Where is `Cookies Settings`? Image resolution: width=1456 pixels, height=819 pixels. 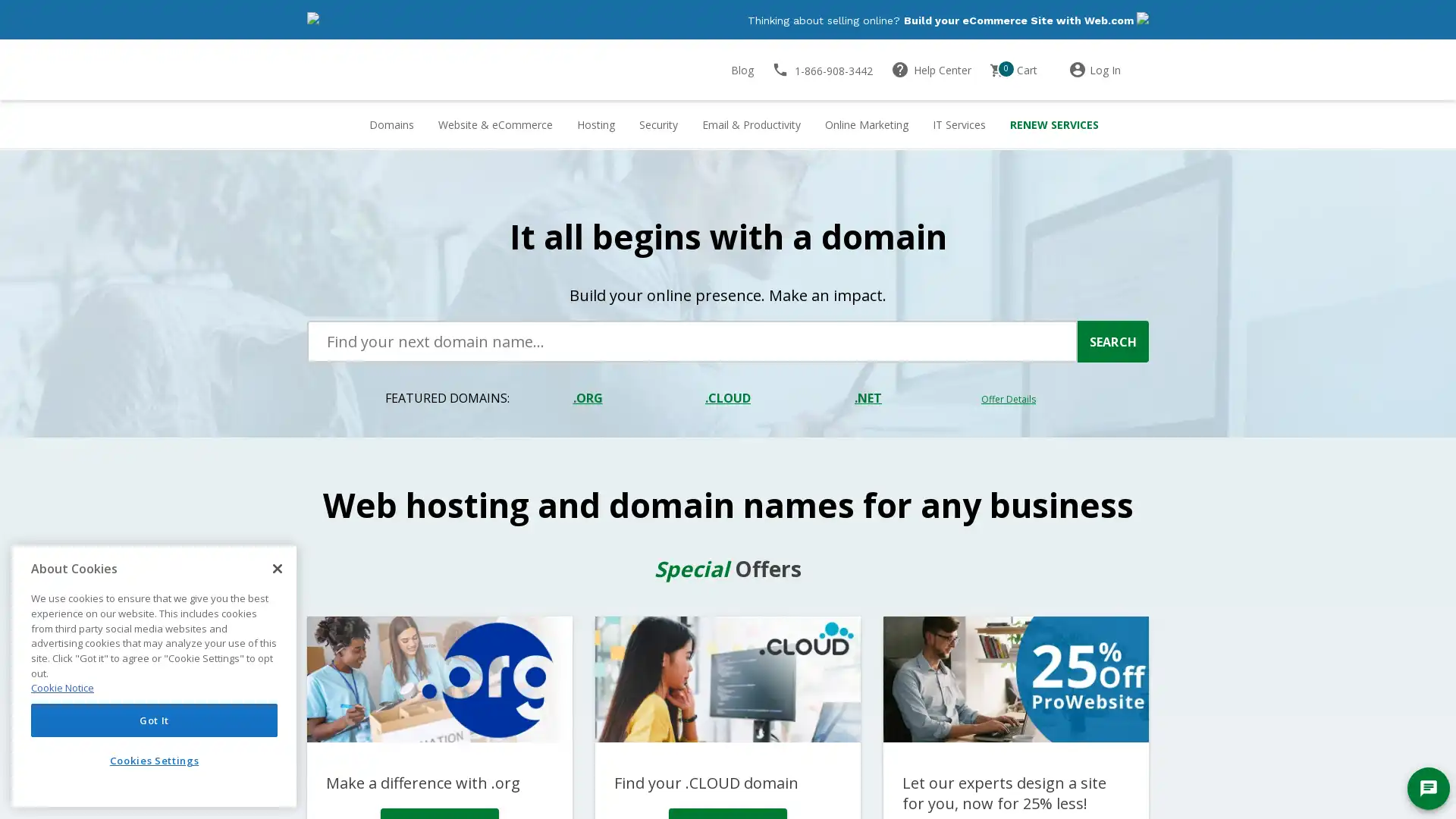 Cookies Settings is located at coordinates (154, 760).